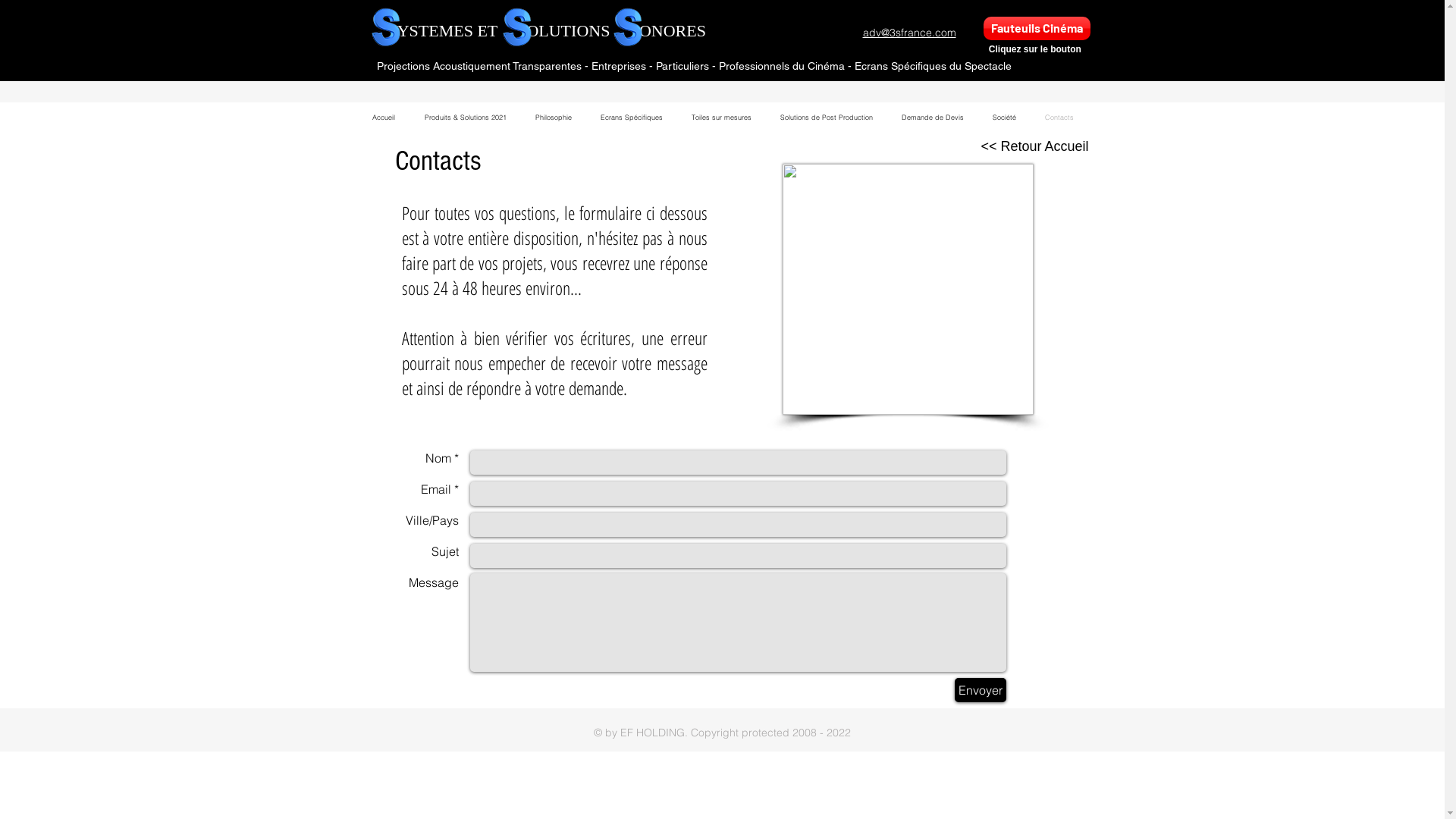 This screenshot has width=1456, height=819. What do you see at coordinates (825, 116) in the screenshot?
I see `'Solutions de Post Production'` at bounding box center [825, 116].